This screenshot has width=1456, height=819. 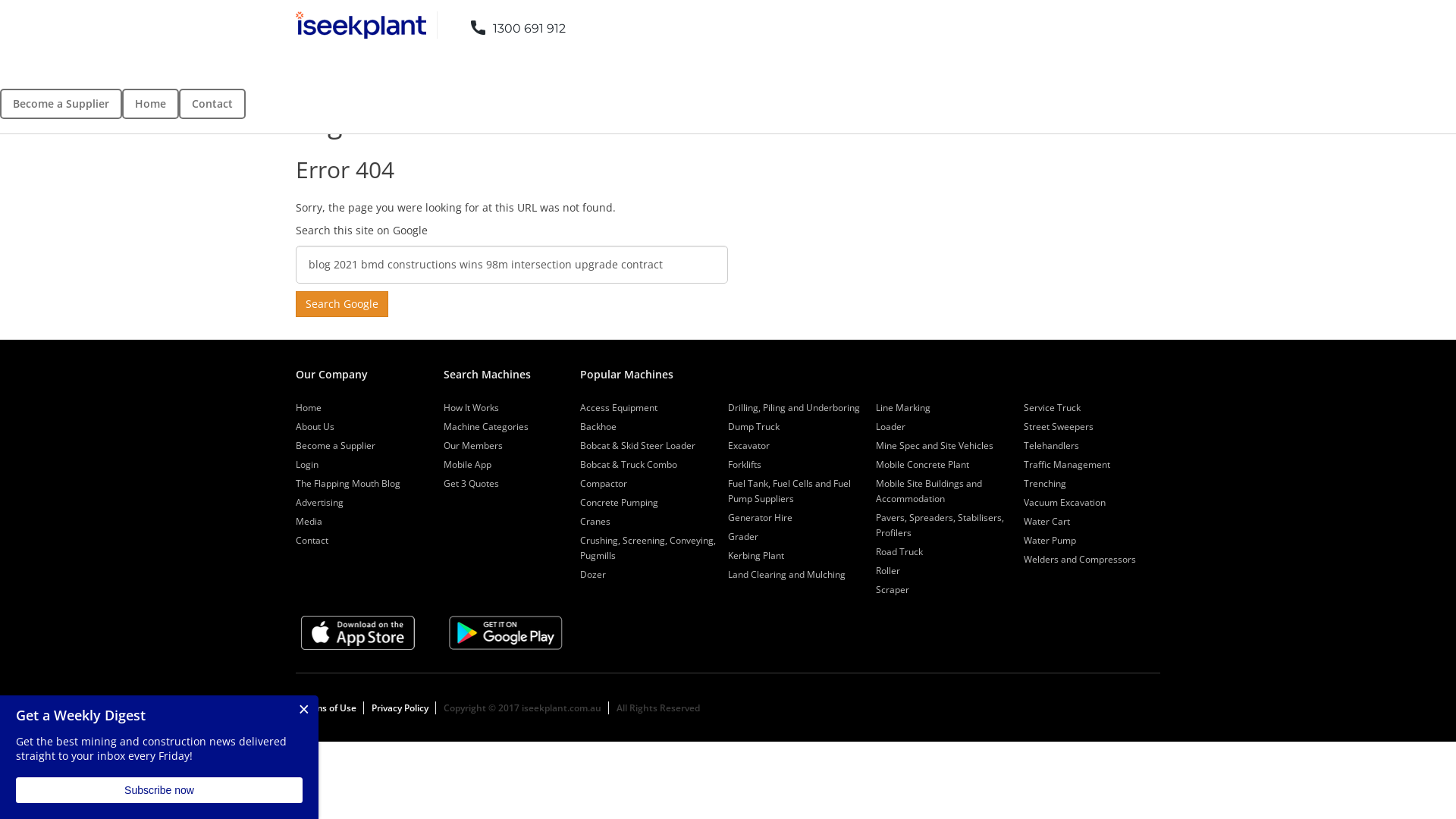 What do you see at coordinates (876, 444) in the screenshot?
I see `'Mine Spec and Site Vehicles'` at bounding box center [876, 444].